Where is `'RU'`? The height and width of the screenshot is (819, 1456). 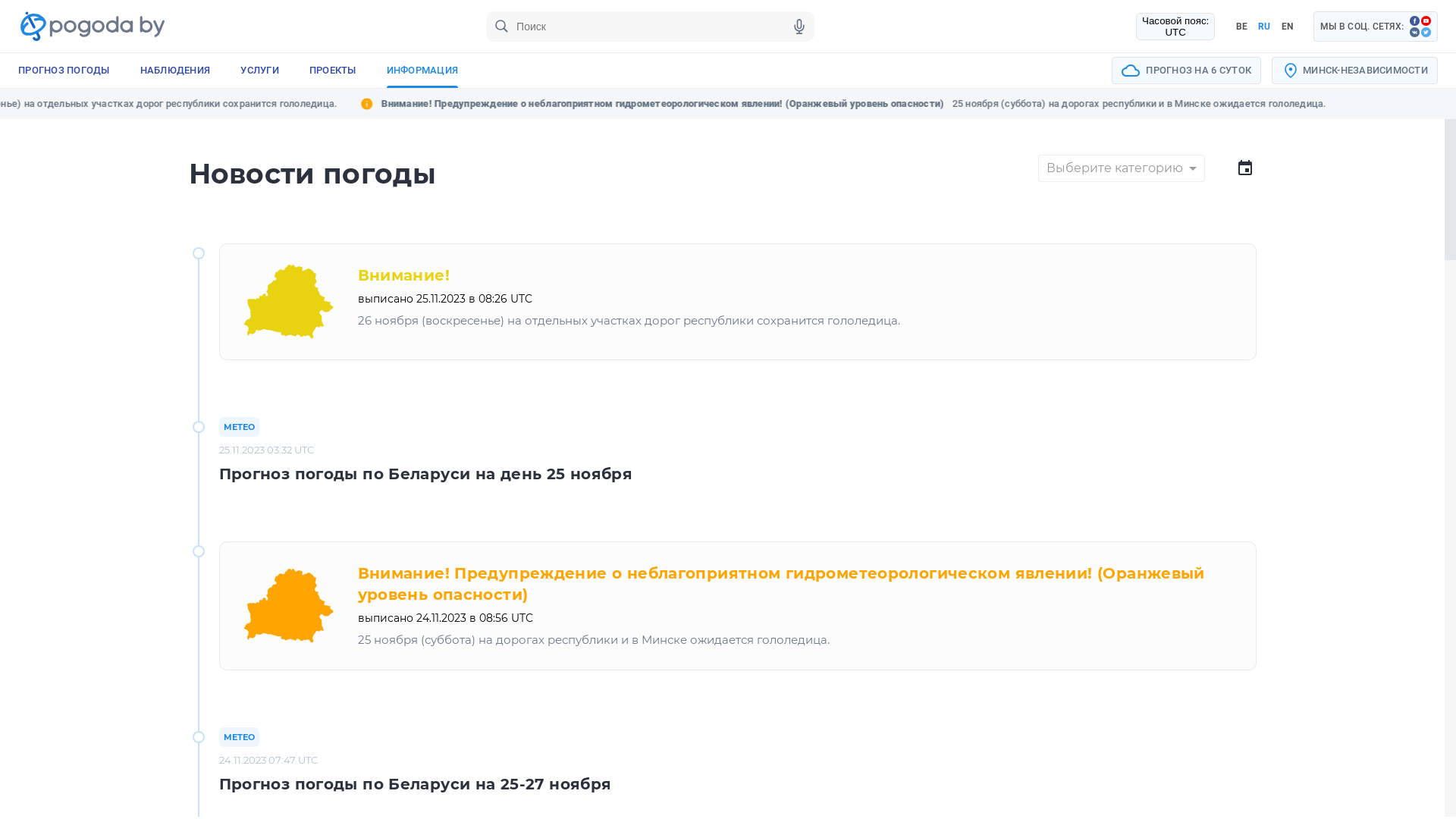
'RU' is located at coordinates (1263, 26).